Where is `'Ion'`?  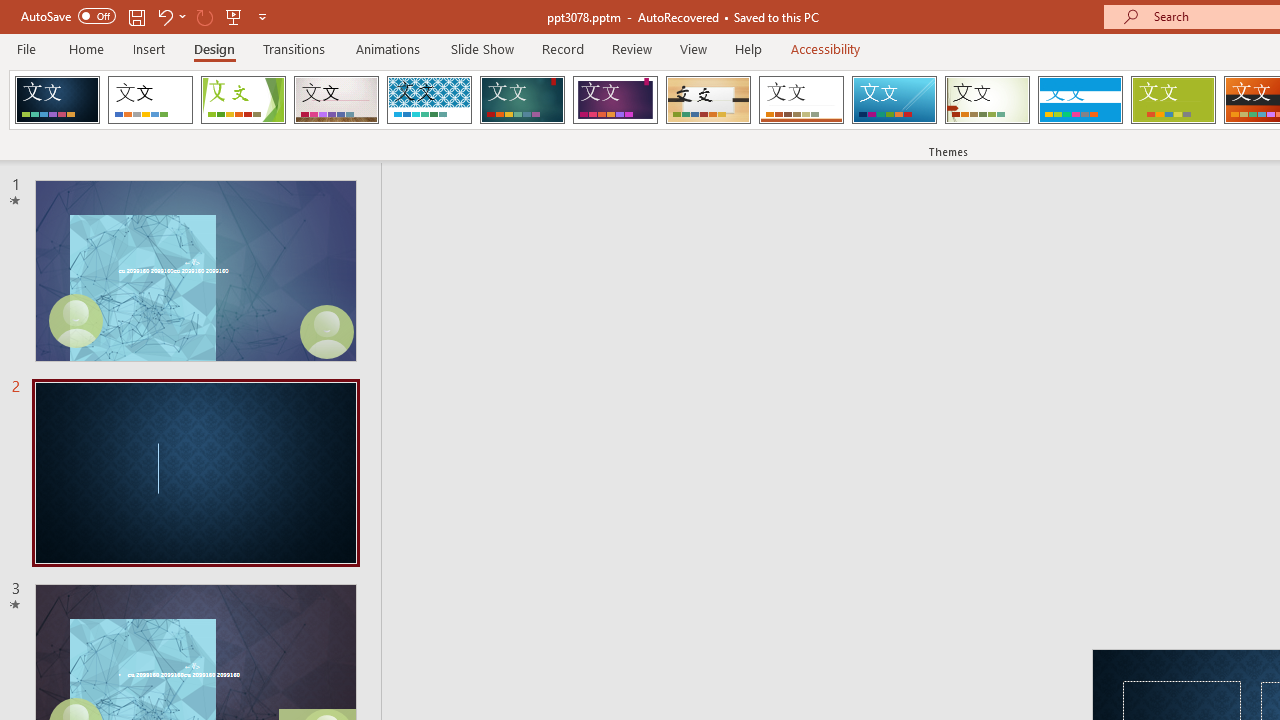 'Ion' is located at coordinates (522, 100).